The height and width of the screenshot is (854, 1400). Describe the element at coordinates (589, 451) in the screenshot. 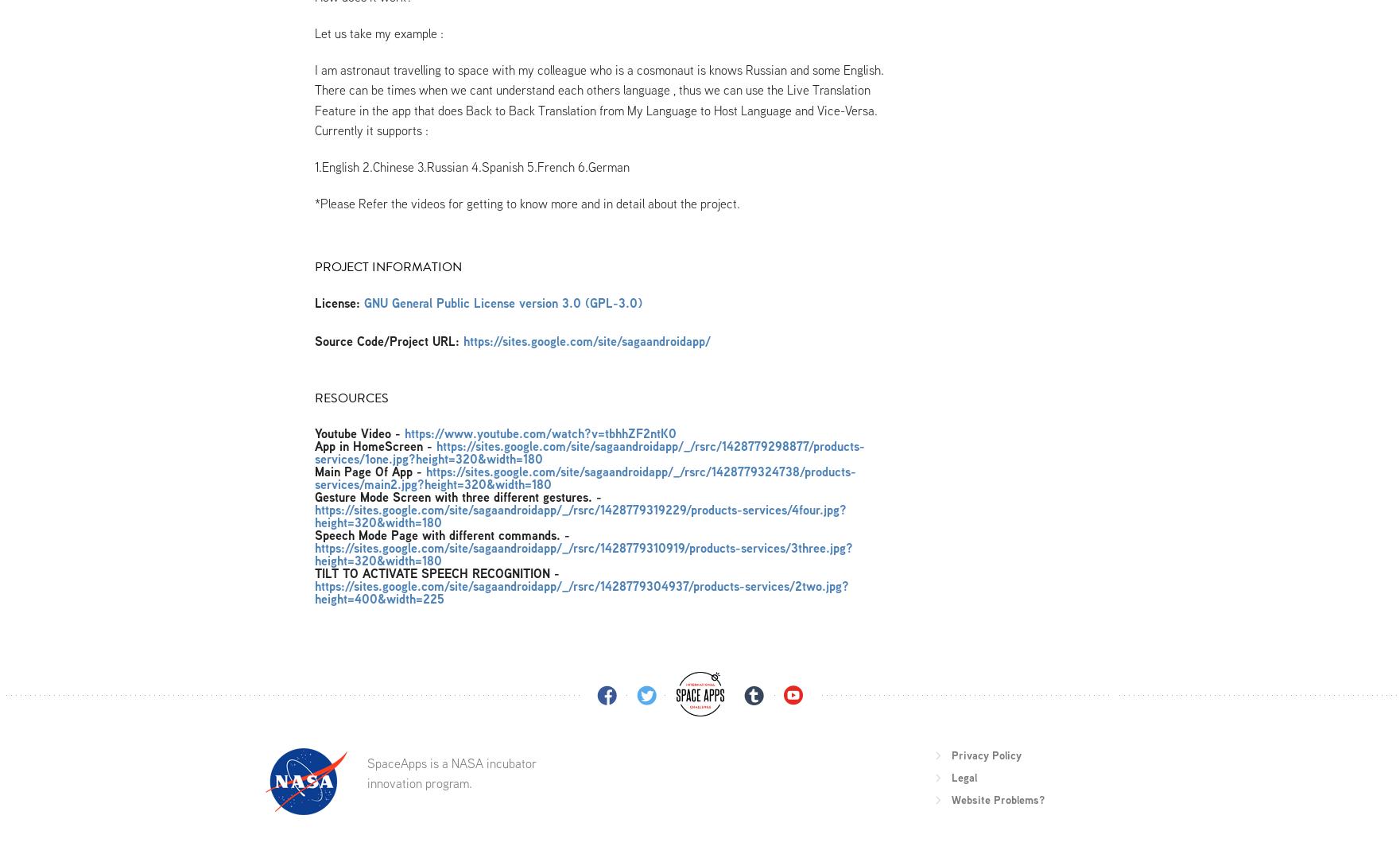

I see `'https://sites.google.com/site/sagaandroidapp/_/rsrc/1428779298877/products-services/1one.jpg?height=320&width=180'` at that location.